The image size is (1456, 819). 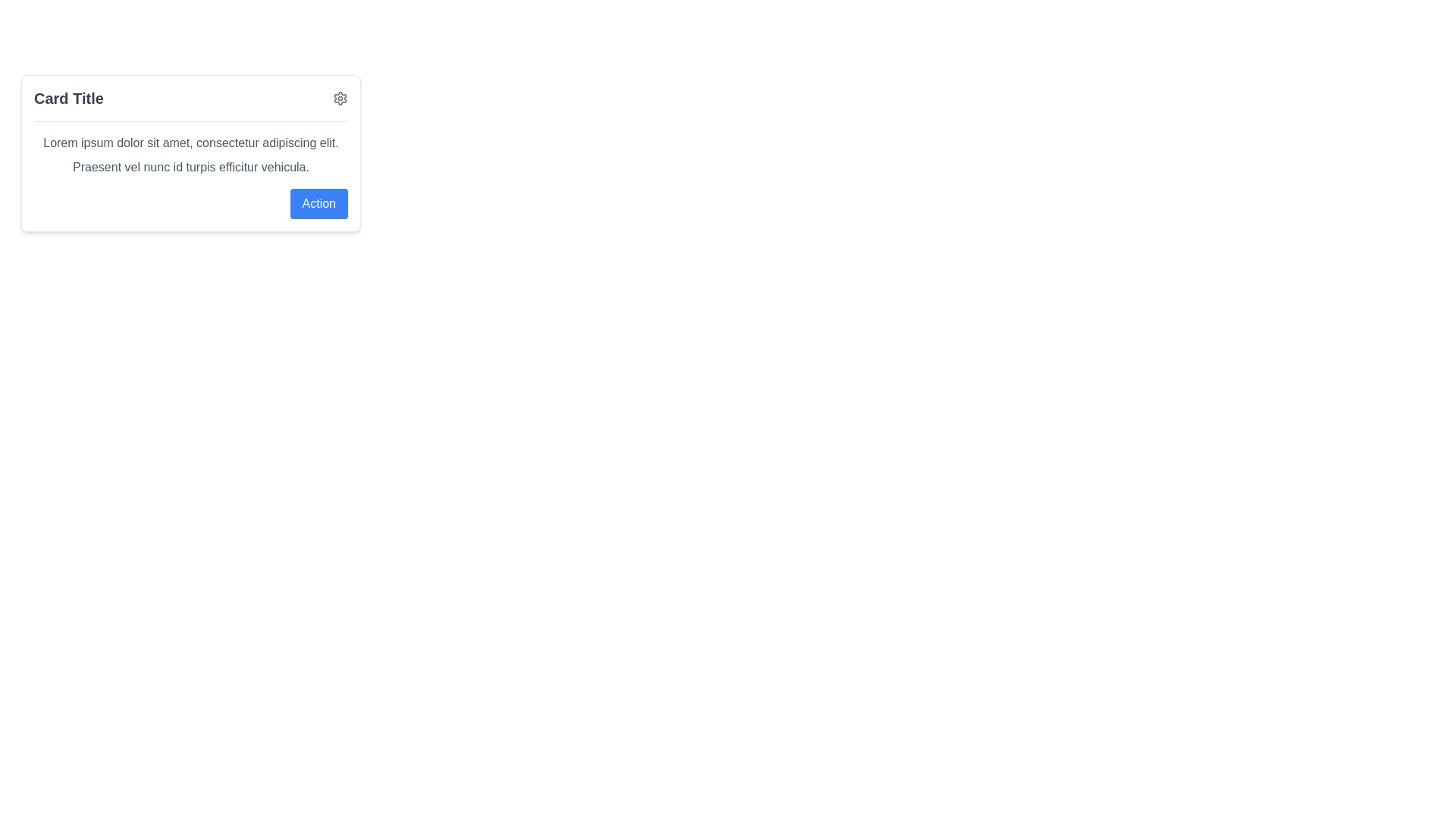 I want to click on descriptive text block located in the middle section of the card, positioned directly below the card title and above the action button, so click(x=190, y=149).